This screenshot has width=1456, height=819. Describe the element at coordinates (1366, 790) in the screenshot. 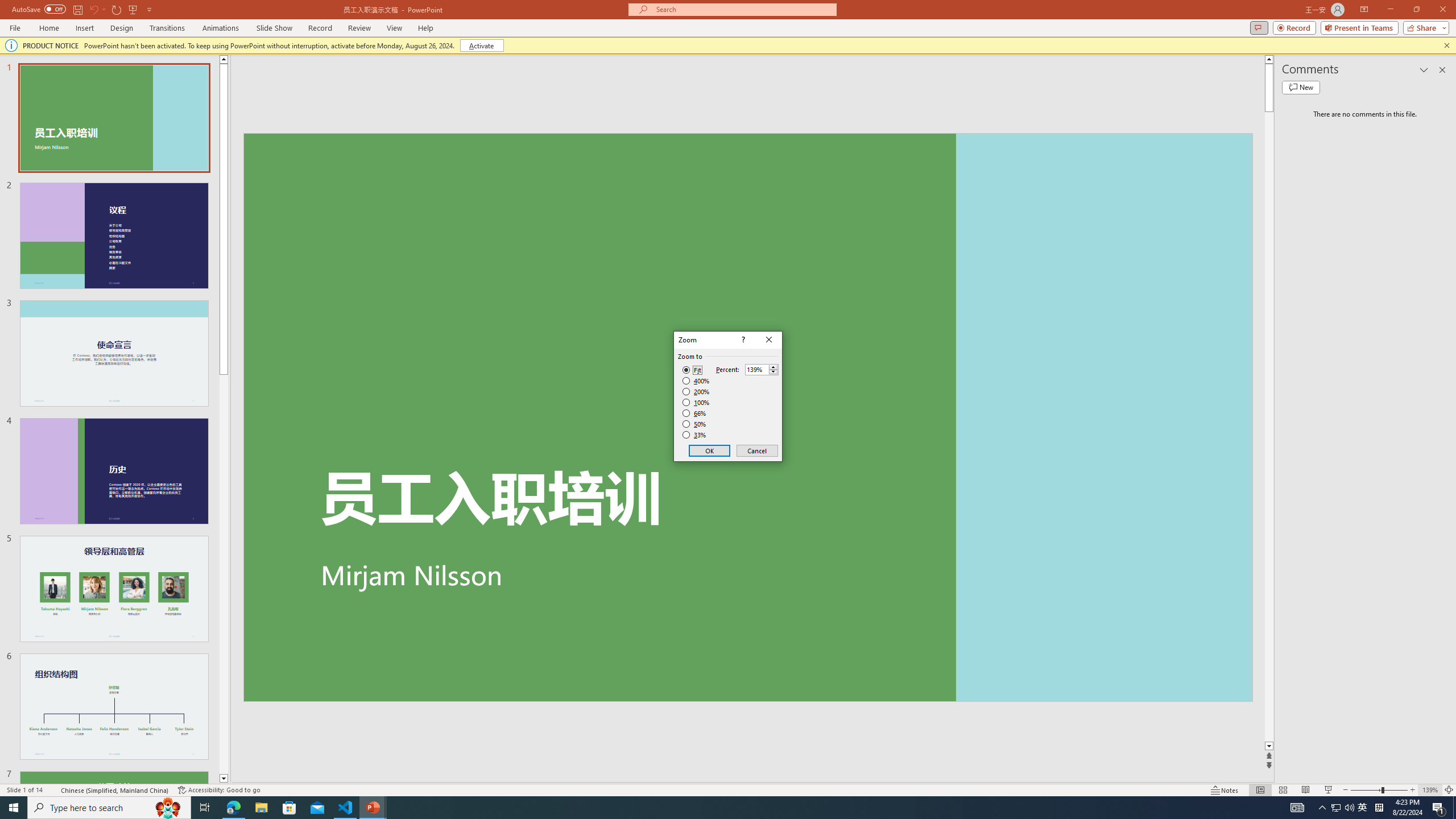

I see `'Zoom Out'` at that location.